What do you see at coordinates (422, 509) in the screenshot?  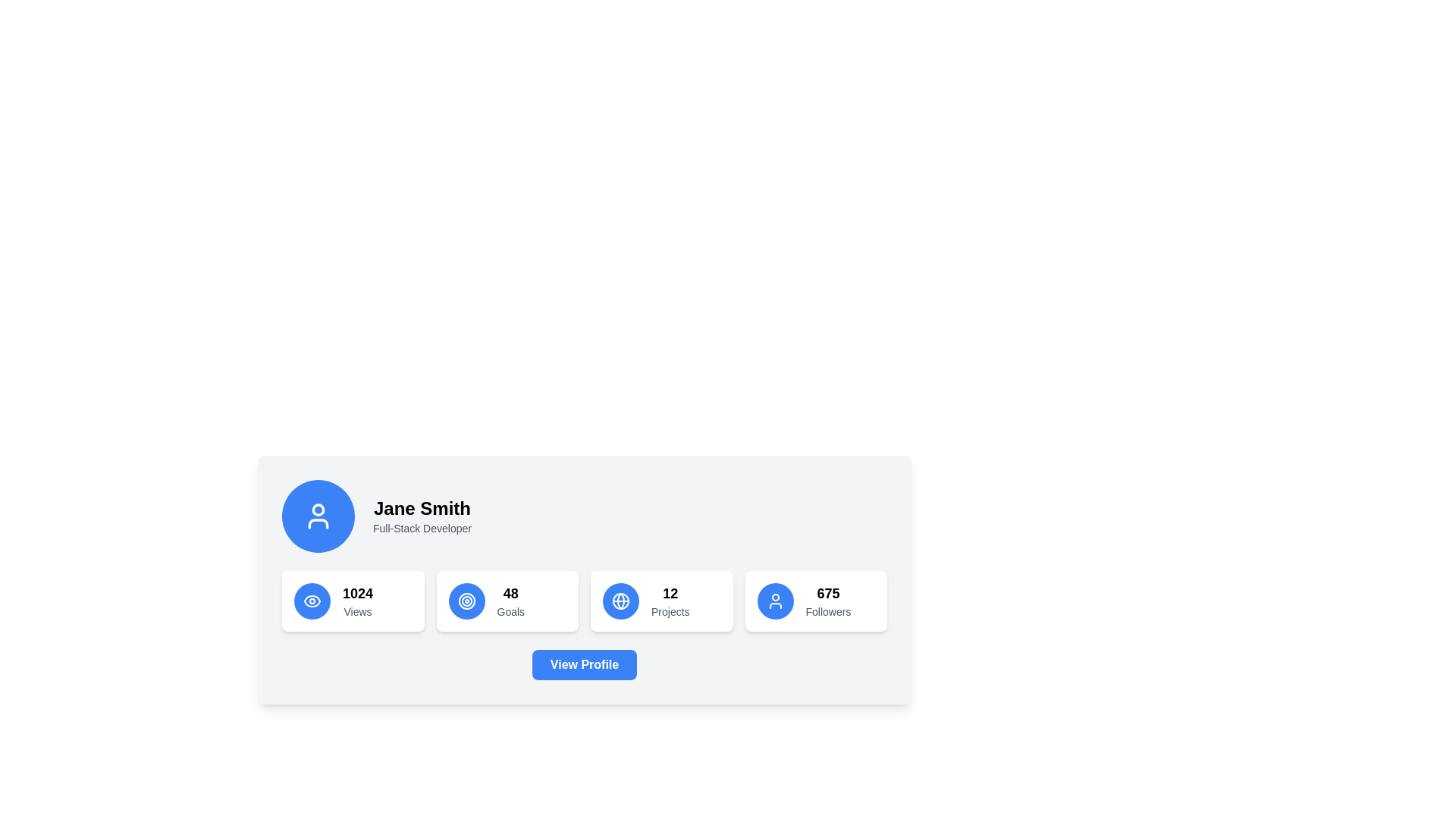 I see `the static text name label located in the upper section of the profile card, positioned above the 'Full-Stack Developer' text` at bounding box center [422, 509].